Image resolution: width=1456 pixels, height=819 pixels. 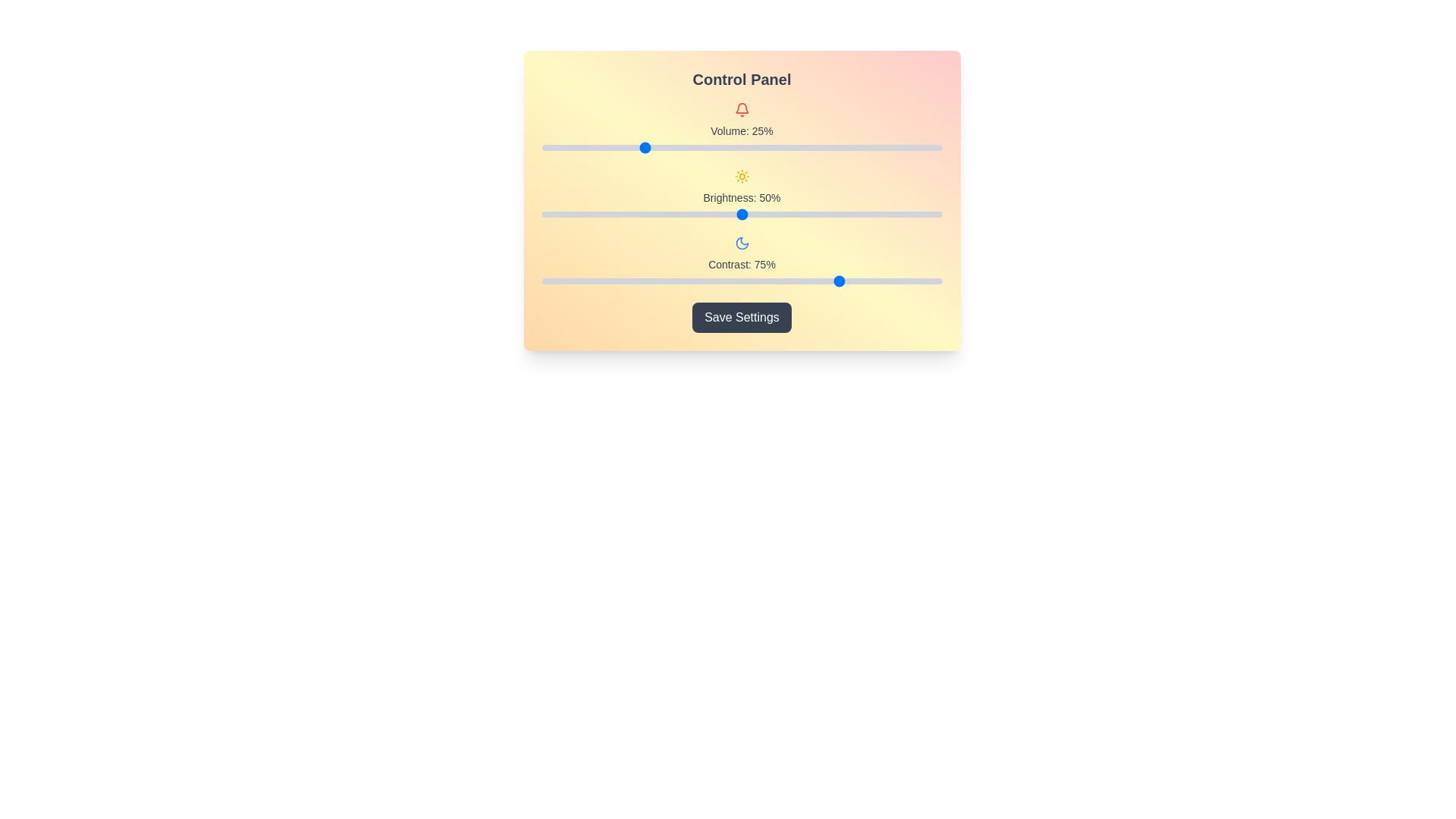 I want to click on brightness, so click(x=617, y=214).